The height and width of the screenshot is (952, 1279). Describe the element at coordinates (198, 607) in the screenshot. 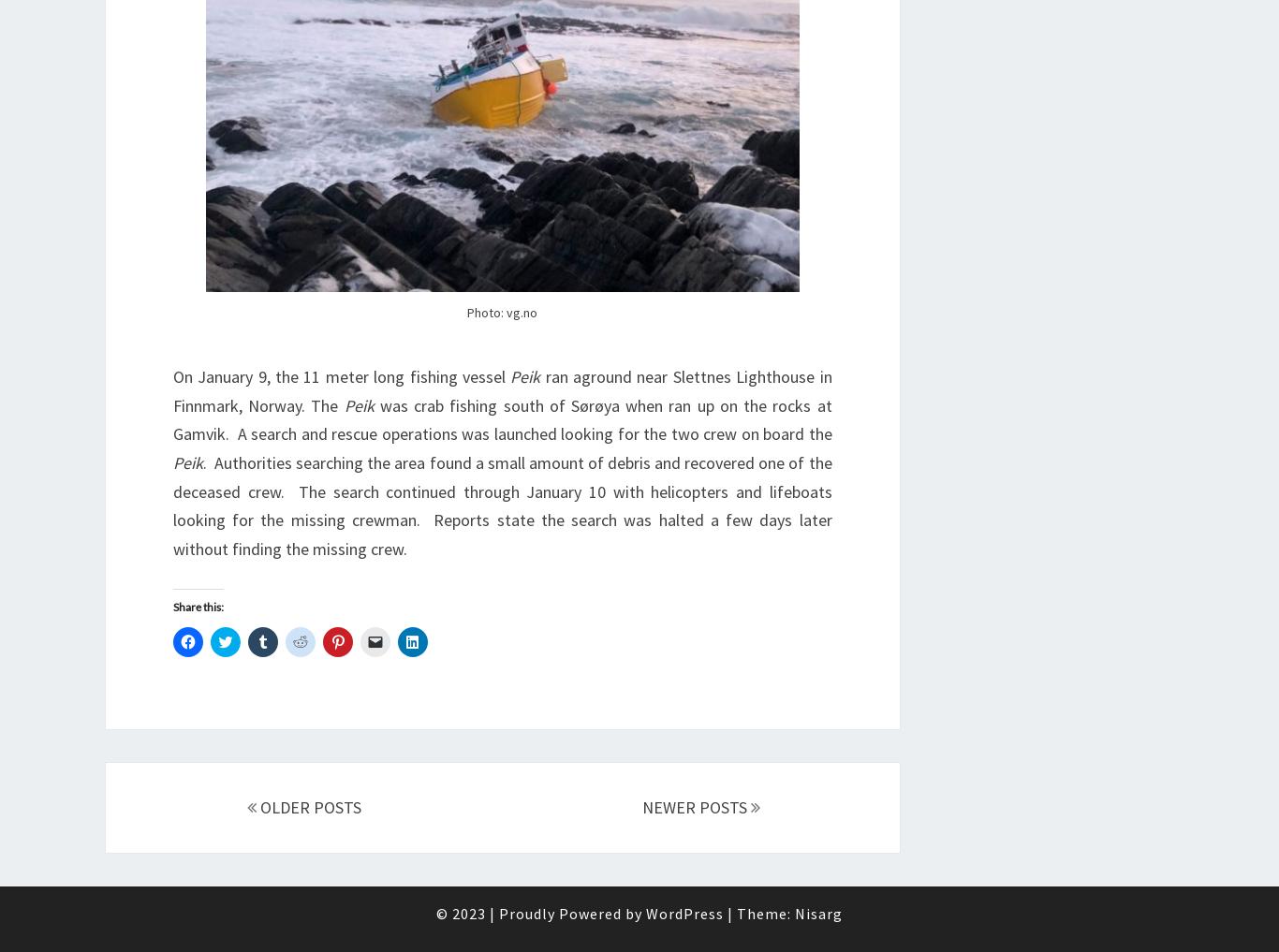

I see `'Share this:'` at that location.